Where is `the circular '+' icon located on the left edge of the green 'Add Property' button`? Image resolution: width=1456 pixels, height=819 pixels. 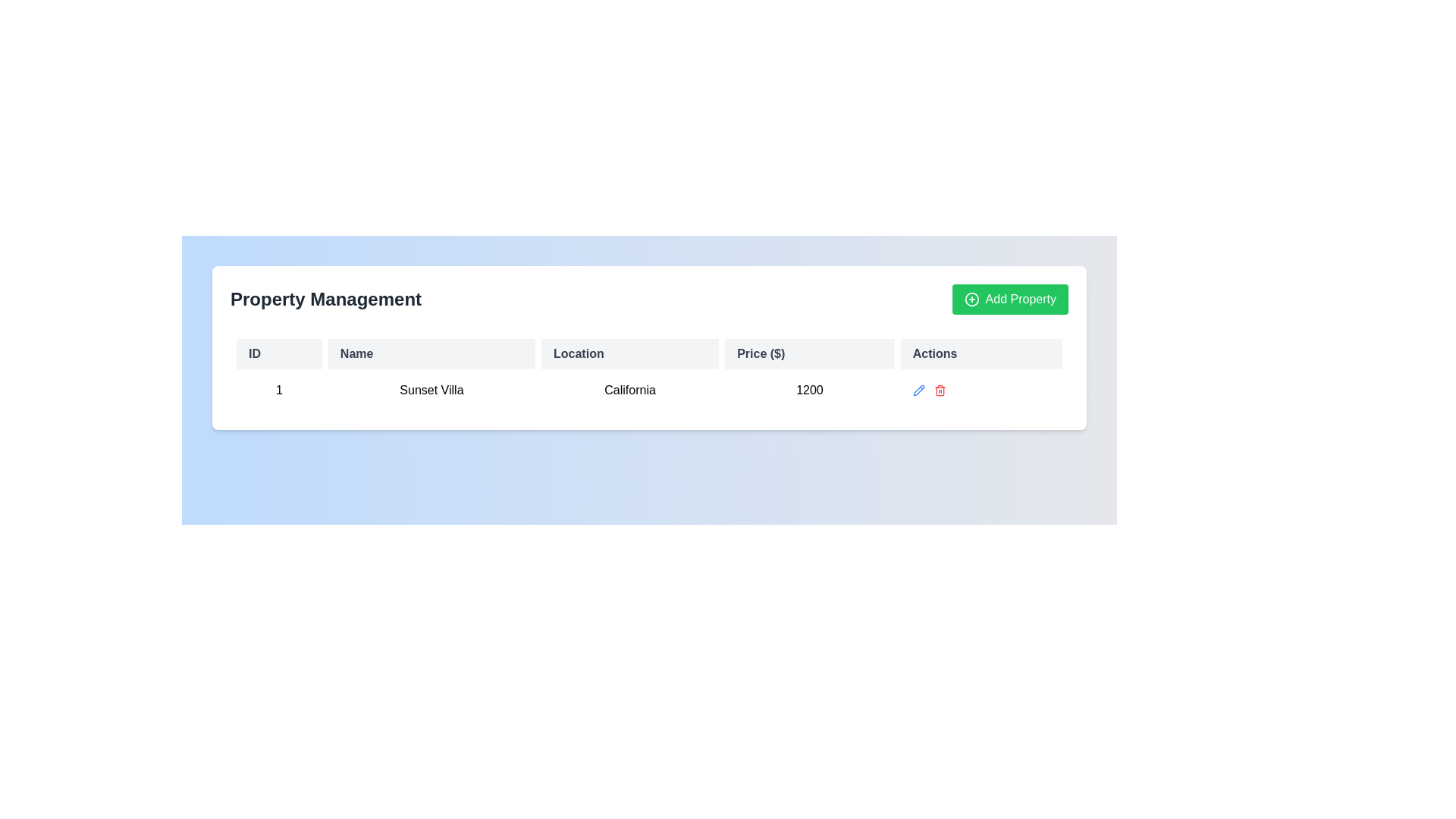 the circular '+' icon located on the left edge of the green 'Add Property' button is located at coordinates (971, 299).